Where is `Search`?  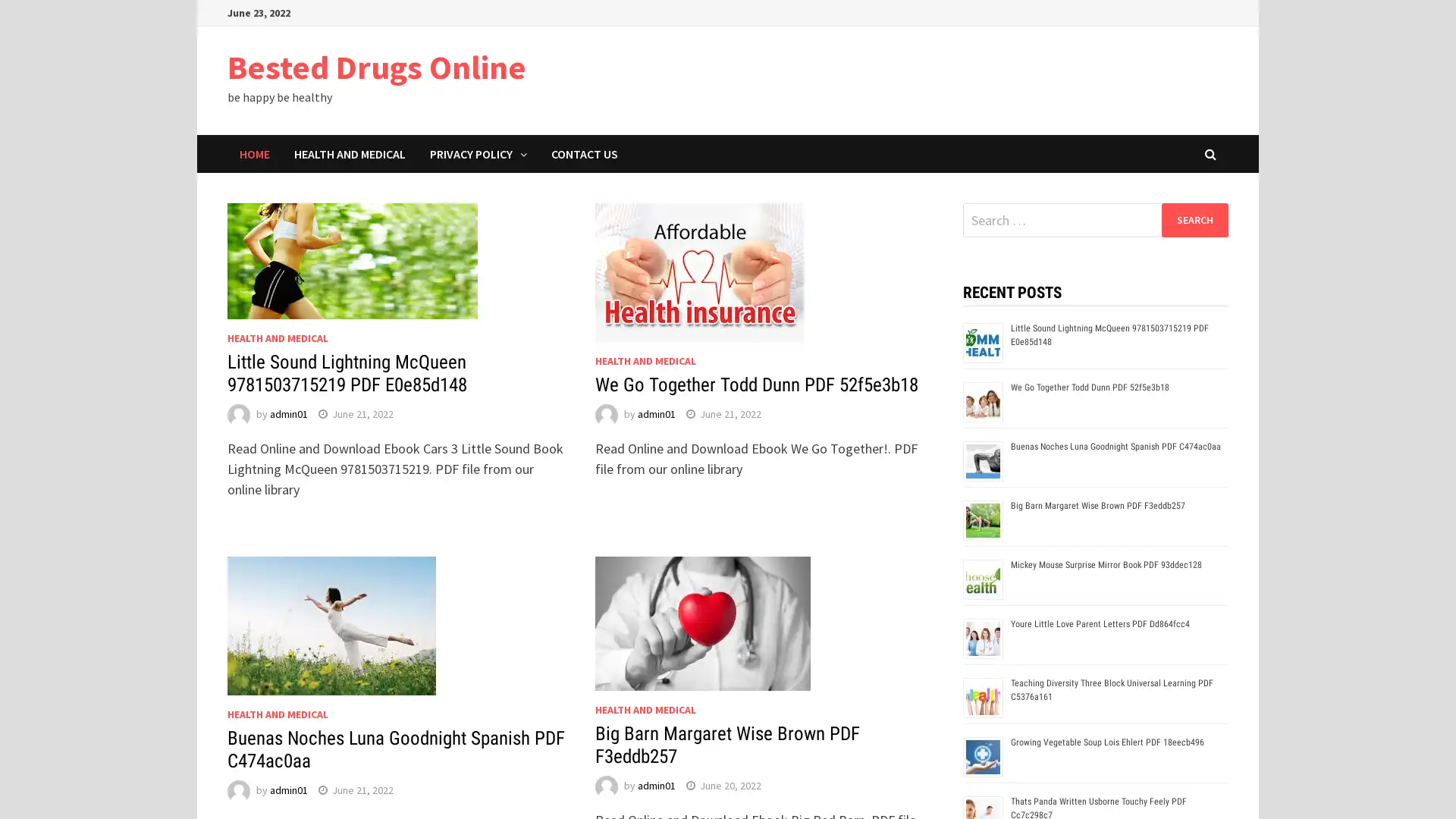
Search is located at coordinates (1194, 219).